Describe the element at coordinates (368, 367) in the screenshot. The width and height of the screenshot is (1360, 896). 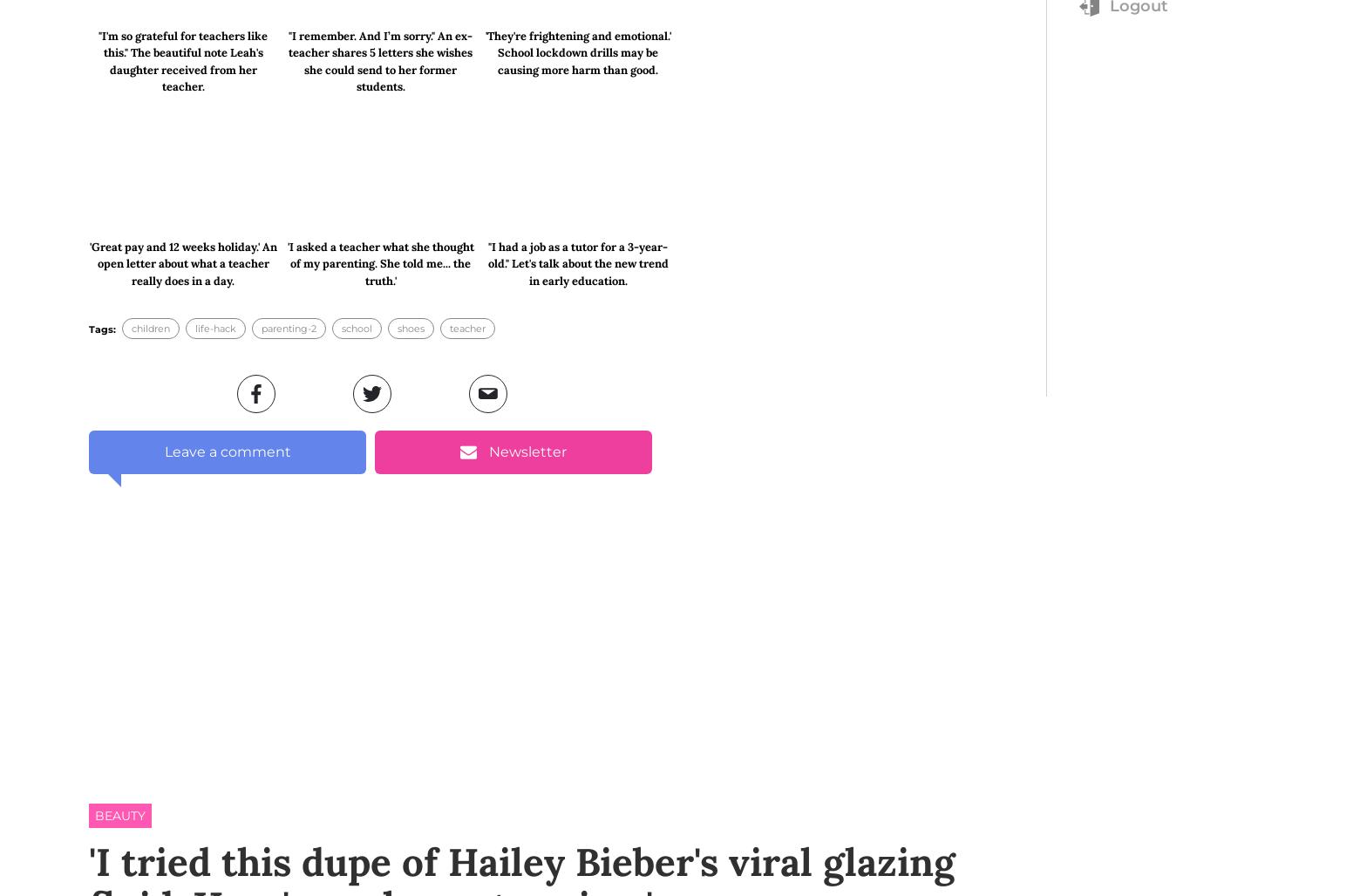
I see `'But chances are, you haven't managed to get your mitts on it - because the brand still doesn't ship to Australia. Sad, we know. But what if we were to tell you there's an Aussie dupe that works the same, if not.... better?'` at that location.